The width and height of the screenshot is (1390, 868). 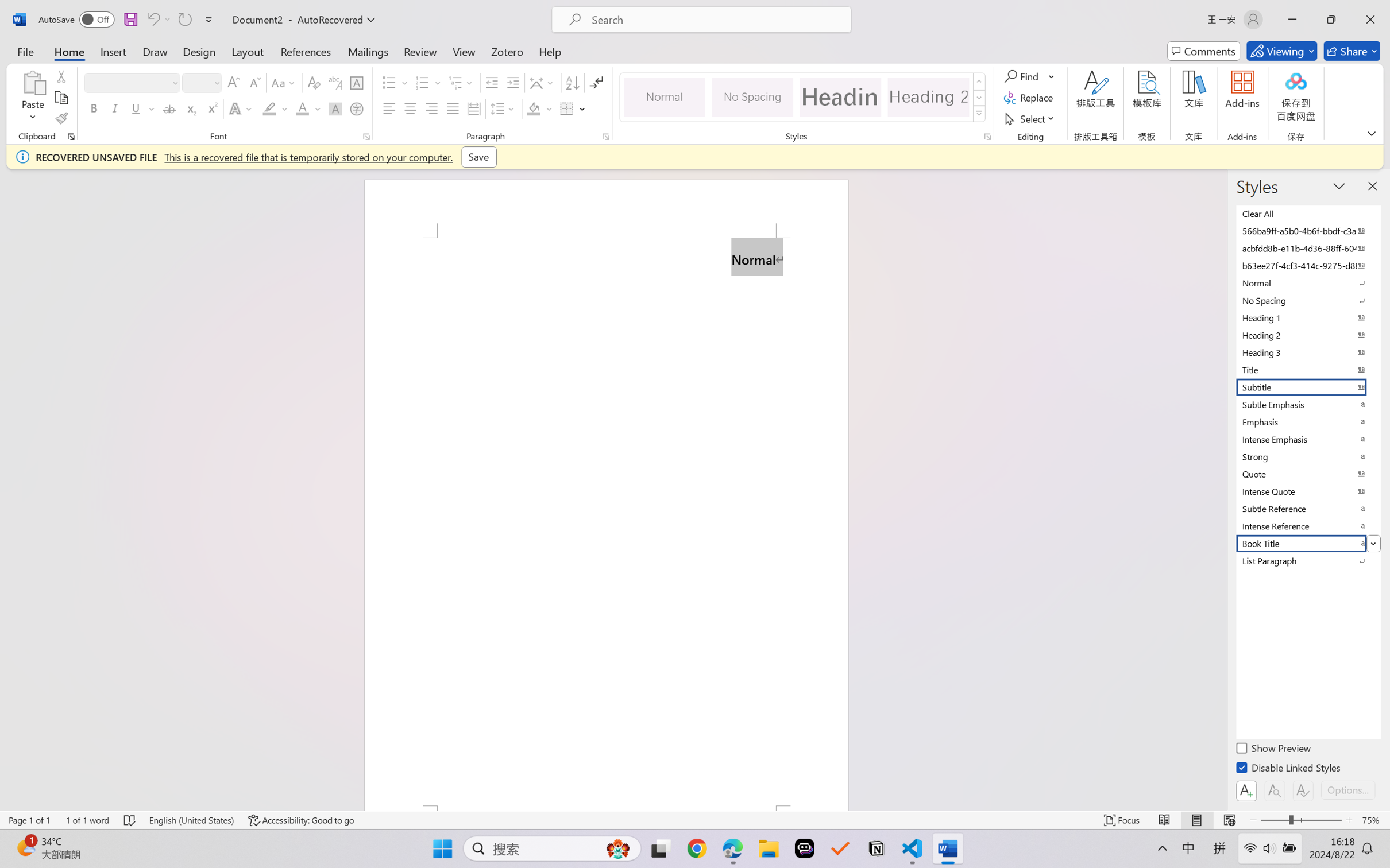 I want to click on 'Clear All', so click(x=1307, y=212).